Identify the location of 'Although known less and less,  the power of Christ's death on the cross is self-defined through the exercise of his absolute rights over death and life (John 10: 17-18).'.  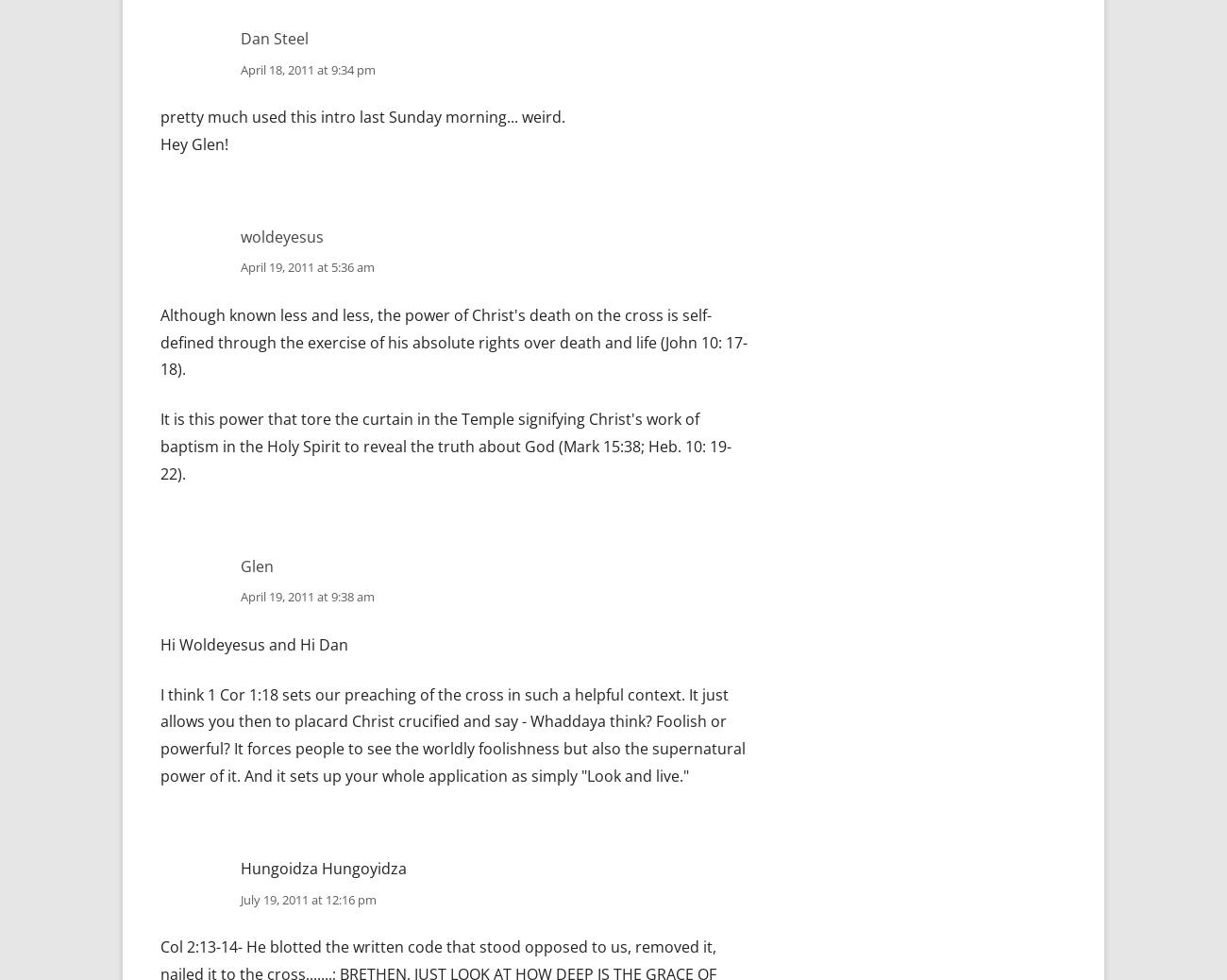
(453, 341).